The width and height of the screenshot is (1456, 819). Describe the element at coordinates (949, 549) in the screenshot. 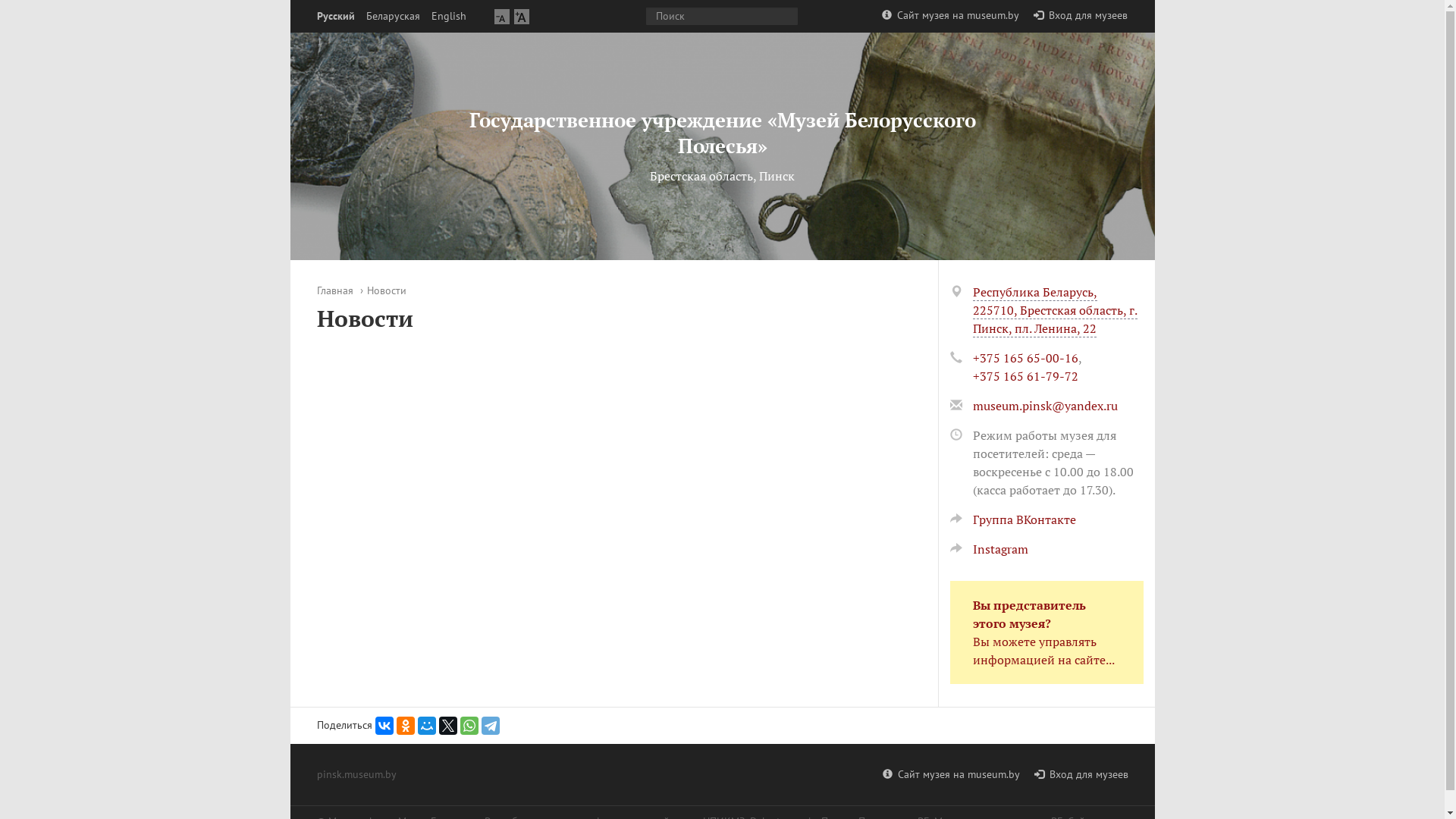

I see `'Instagram'` at that location.